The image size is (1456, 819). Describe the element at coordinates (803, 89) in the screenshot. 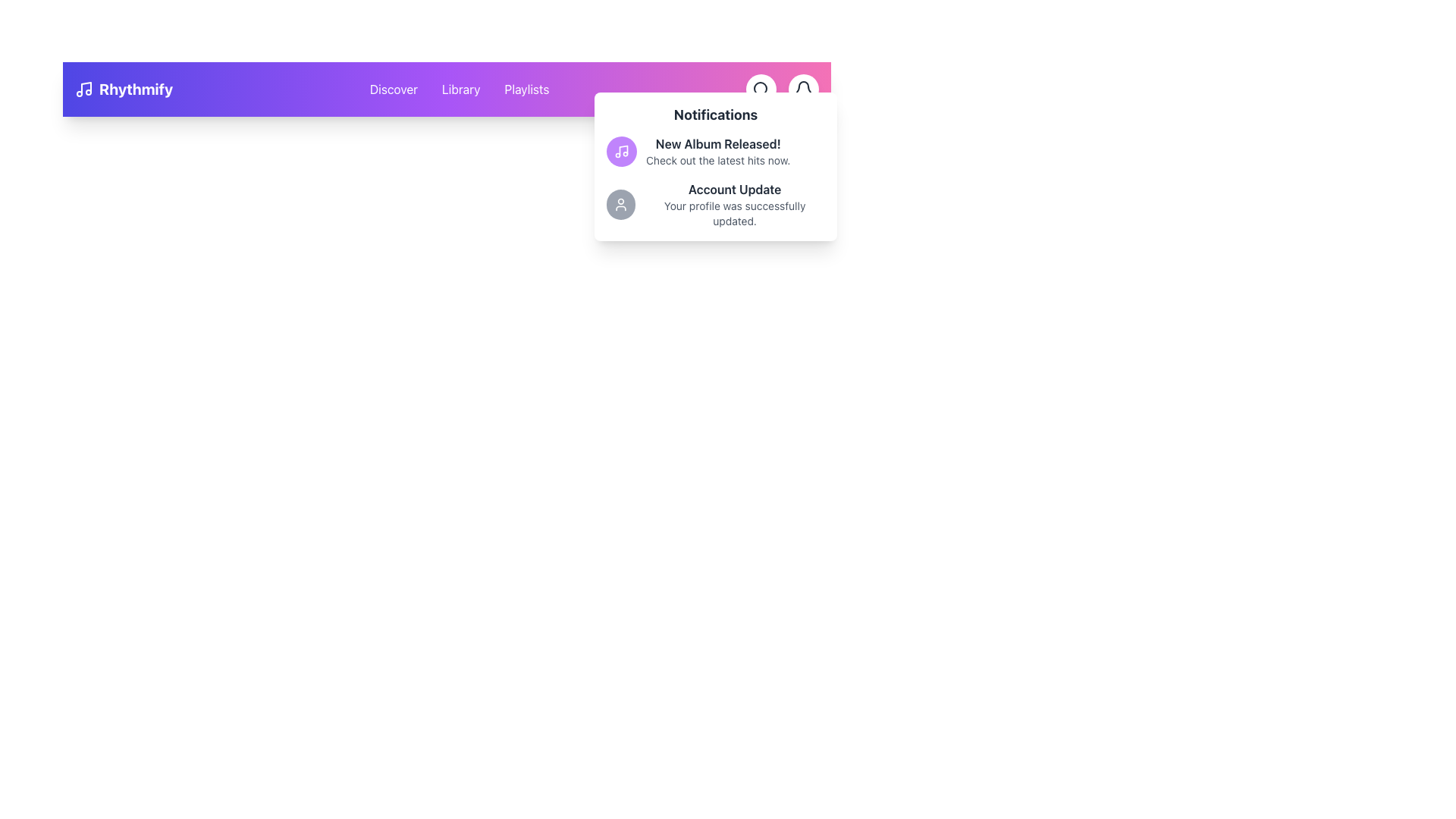

I see `the bell icon` at that location.